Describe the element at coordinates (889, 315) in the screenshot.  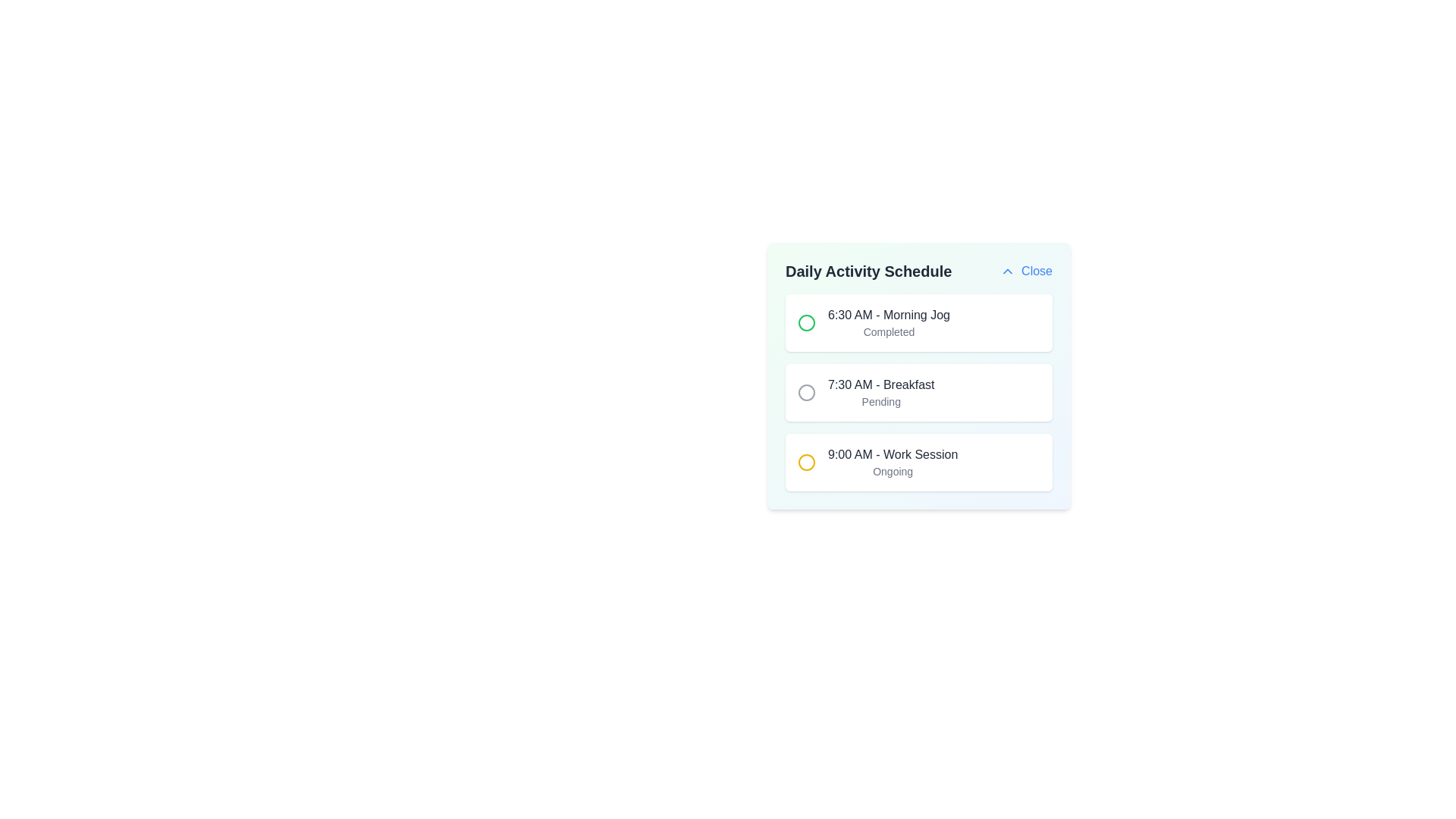
I see `static text displaying '6:30 AM - Morning Jog', which is the first item in a list of scheduled activities` at that location.